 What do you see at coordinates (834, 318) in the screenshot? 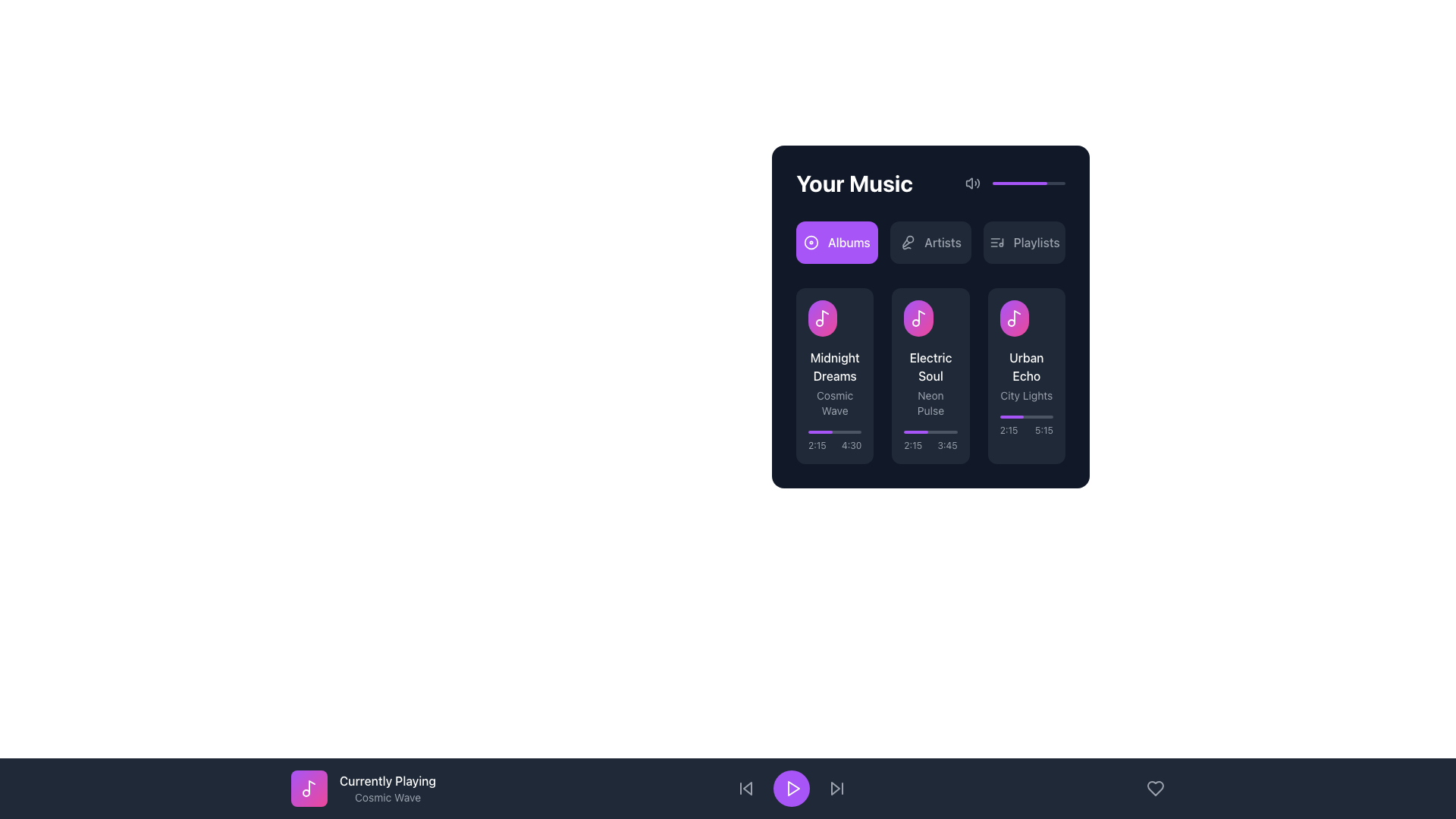
I see `the IconButton in the top-left region of the 'Midnight Dreams' music card, which is part of the 'Your Music' section` at bounding box center [834, 318].